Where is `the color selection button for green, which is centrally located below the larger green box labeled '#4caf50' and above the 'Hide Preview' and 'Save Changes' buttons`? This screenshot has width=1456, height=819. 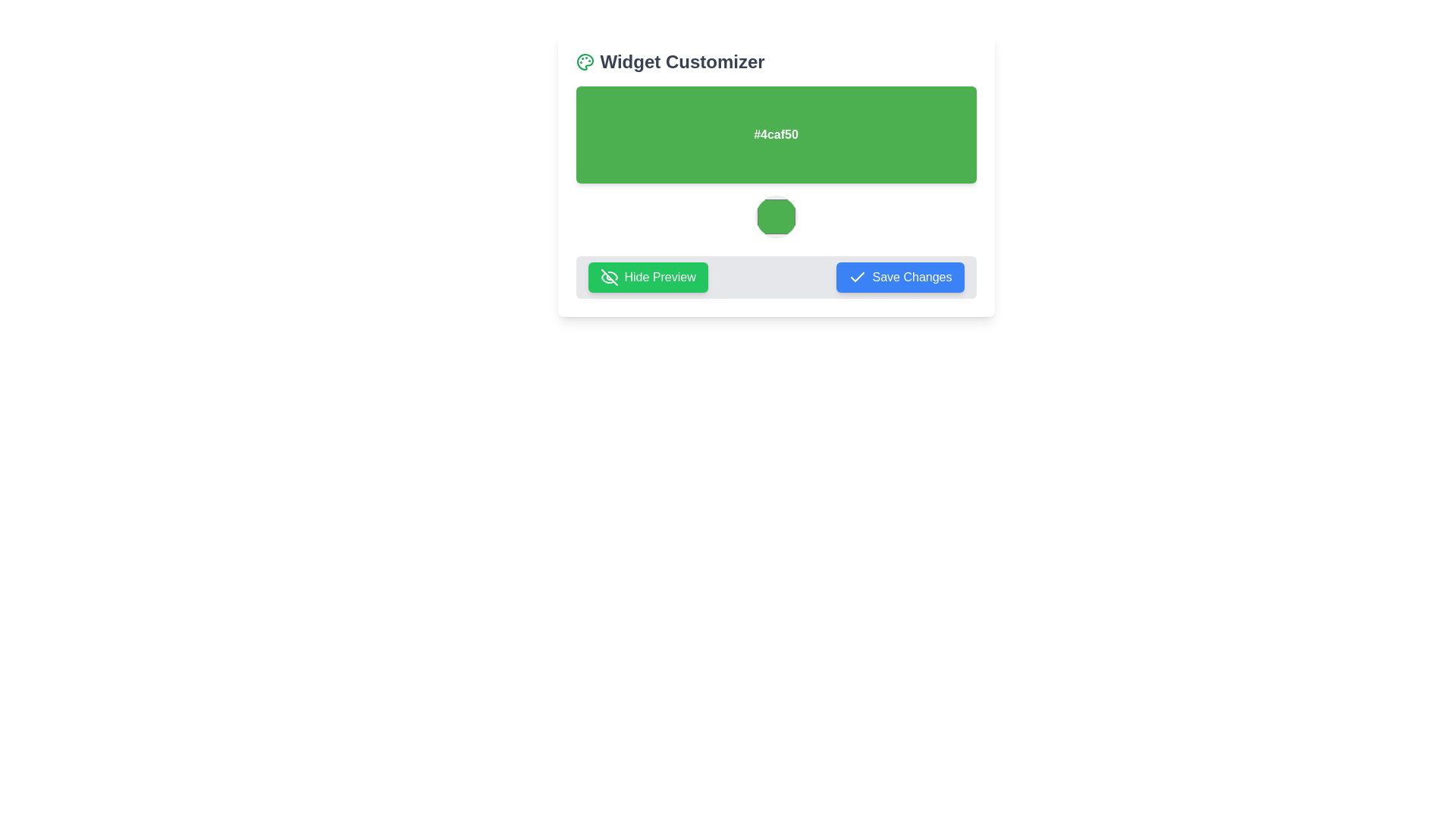 the color selection button for green, which is centrally located below the larger green box labeled '#4caf50' and above the 'Hide Preview' and 'Save Changes' buttons is located at coordinates (776, 216).